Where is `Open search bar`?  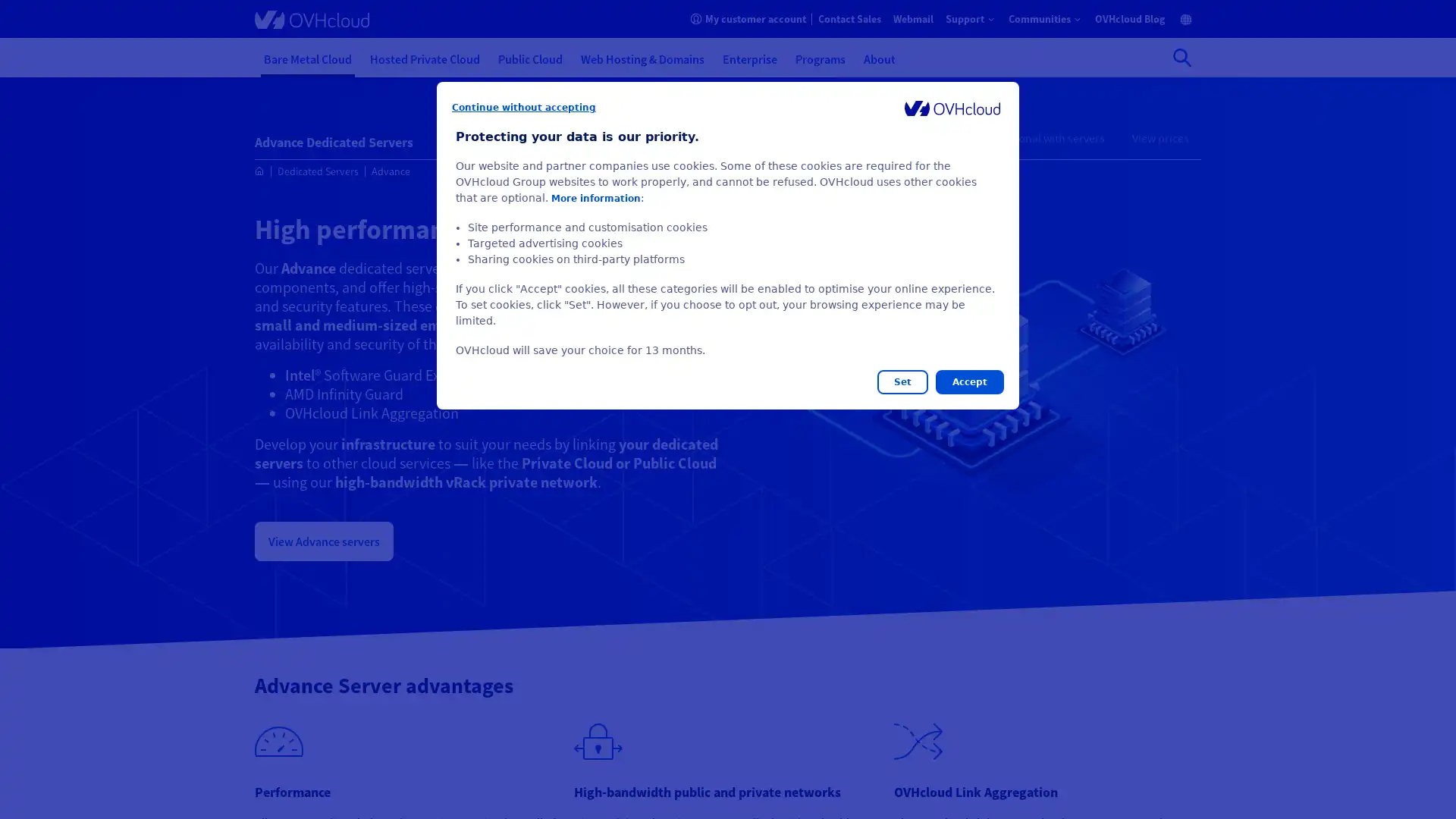 Open search bar is located at coordinates (1181, 57).